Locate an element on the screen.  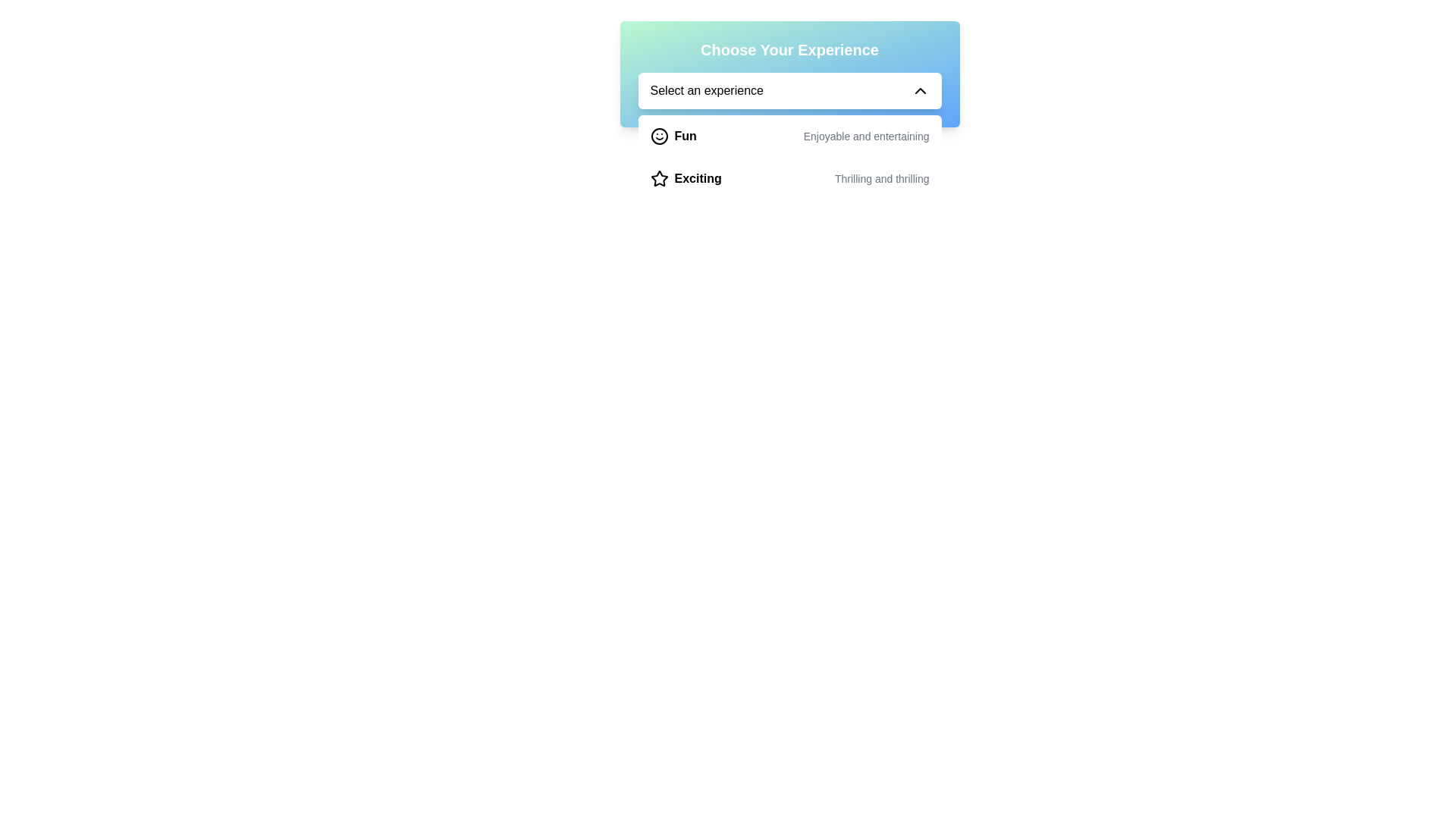
the SVG circle graphic that serves as the boundary of the smiley face icon next to the 'Fun' option in the dropdown under the 'Choose Your Experience' header is located at coordinates (659, 136).